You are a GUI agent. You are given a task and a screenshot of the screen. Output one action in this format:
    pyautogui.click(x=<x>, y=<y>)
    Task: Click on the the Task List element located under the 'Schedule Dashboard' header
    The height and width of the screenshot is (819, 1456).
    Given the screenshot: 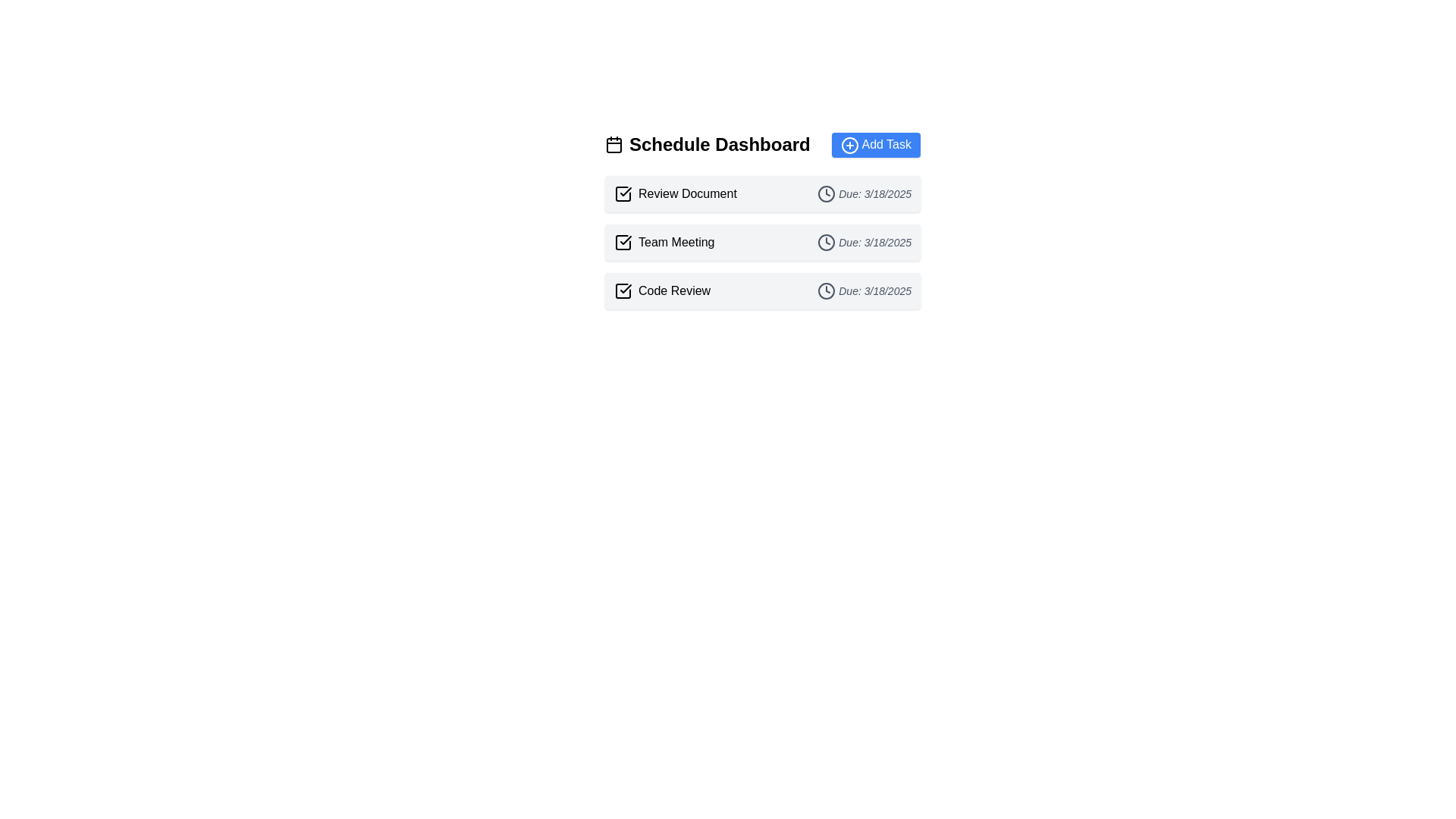 What is the action you would take?
    pyautogui.click(x=763, y=241)
    